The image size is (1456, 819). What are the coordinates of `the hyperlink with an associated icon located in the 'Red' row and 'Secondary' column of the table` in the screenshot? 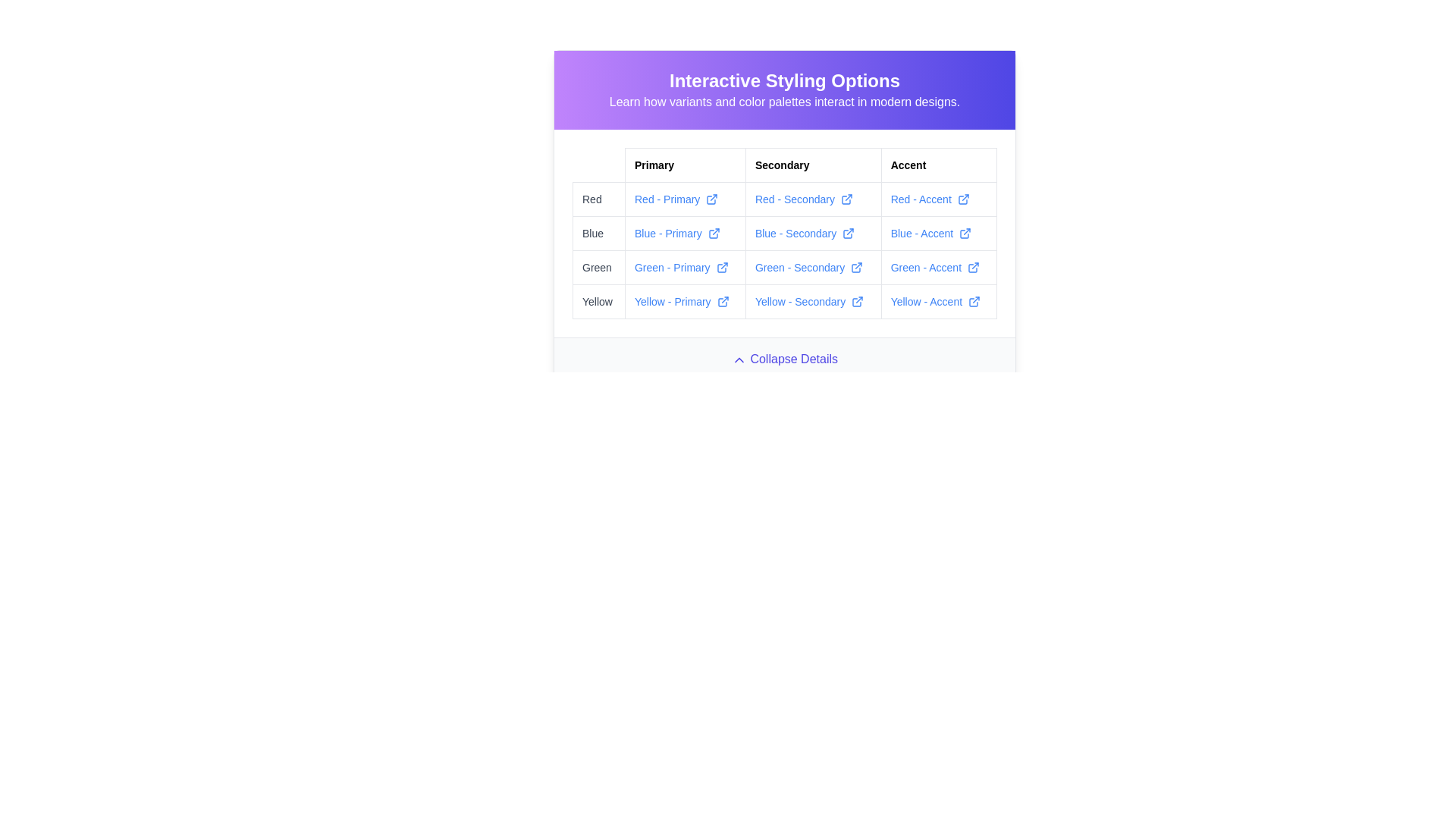 It's located at (785, 198).